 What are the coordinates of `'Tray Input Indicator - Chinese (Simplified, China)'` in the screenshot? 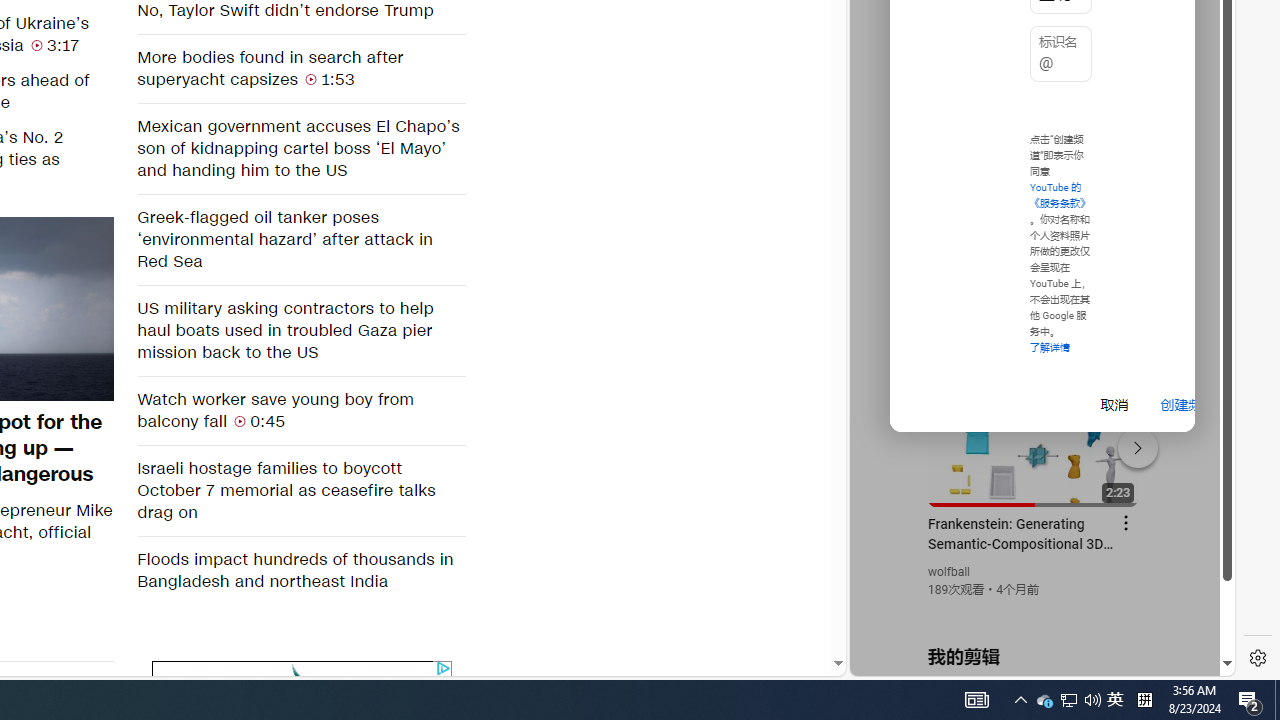 It's located at (1144, 698).